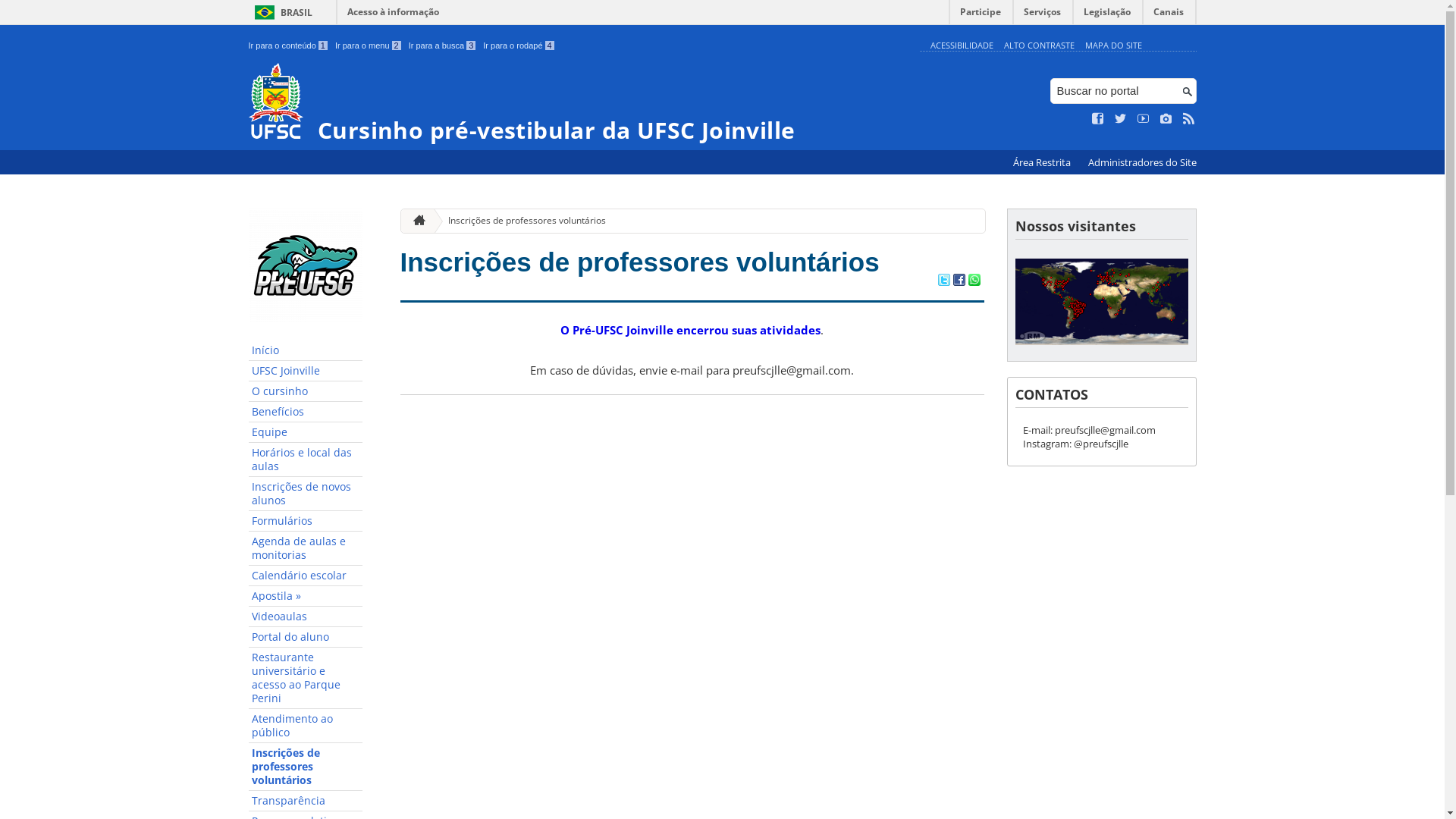  What do you see at coordinates (305, 548) in the screenshot?
I see `'Agenda de aulas e monitorias'` at bounding box center [305, 548].